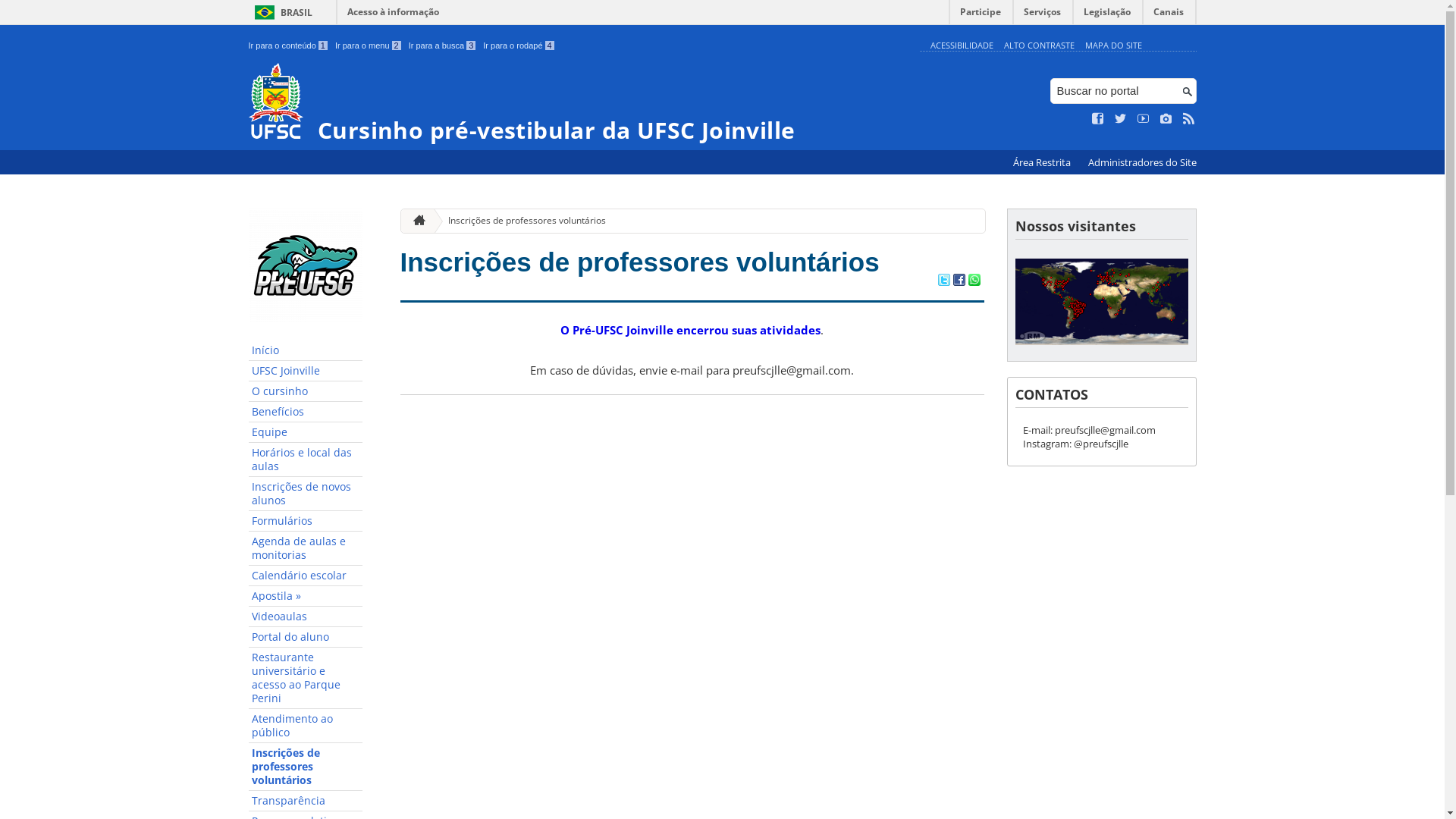  What do you see at coordinates (305, 548) in the screenshot?
I see `'Agenda de aulas e monitorias'` at bounding box center [305, 548].